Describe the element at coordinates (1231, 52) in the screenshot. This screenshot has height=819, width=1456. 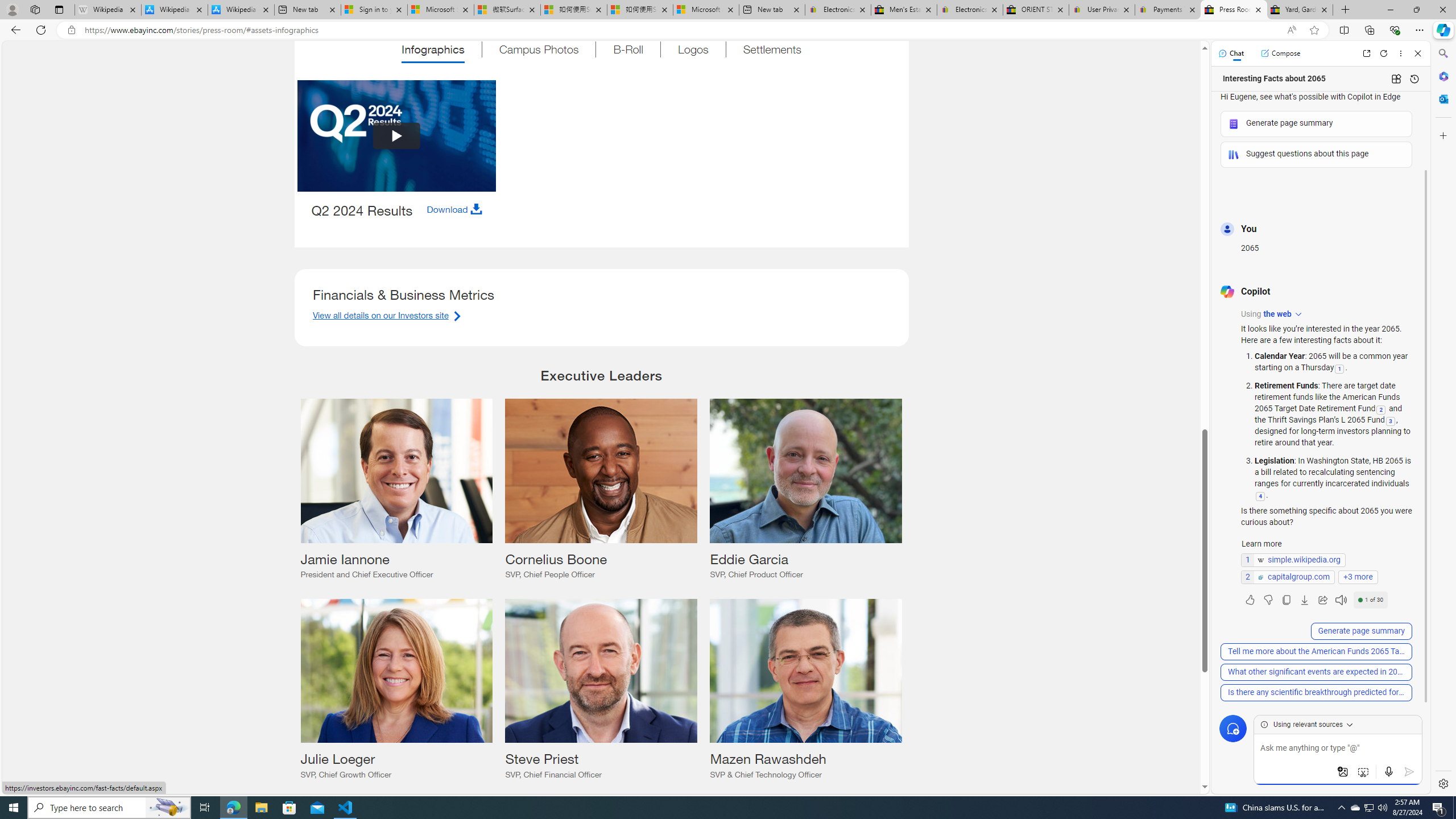
I see `'Chat'` at that location.